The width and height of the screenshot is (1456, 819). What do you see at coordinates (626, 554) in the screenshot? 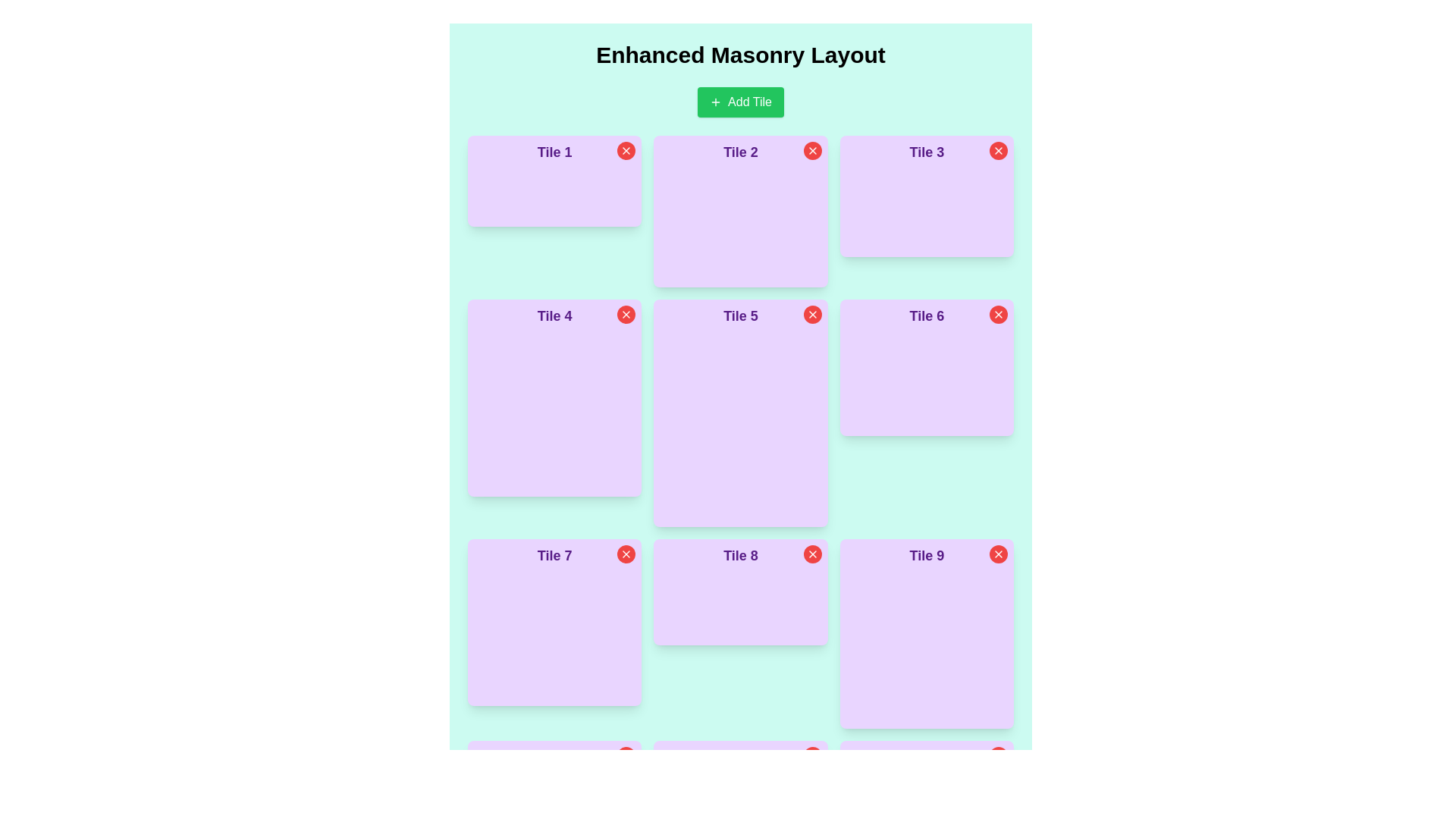
I see `the circular red button with a white 'x' icon located in the top-right corner of 'Tile 7'` at bounding box center [626, 554].